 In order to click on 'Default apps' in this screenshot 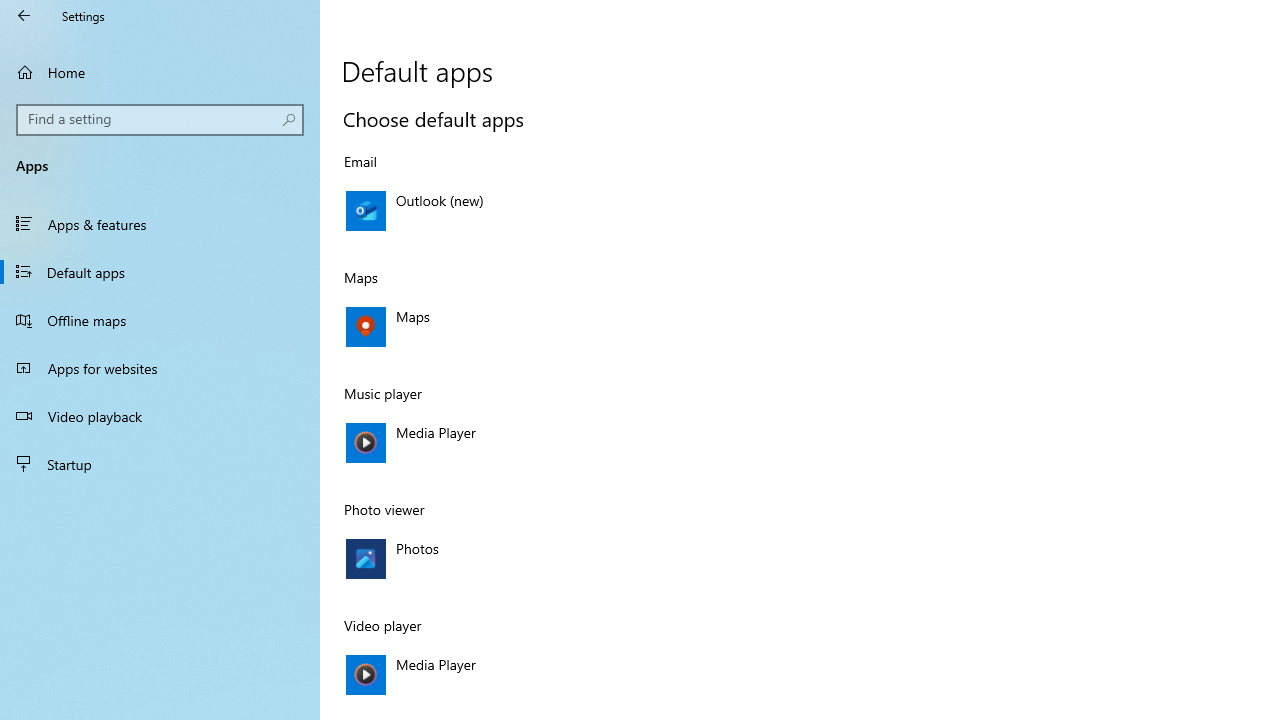, I will do `click(160, 271)`.